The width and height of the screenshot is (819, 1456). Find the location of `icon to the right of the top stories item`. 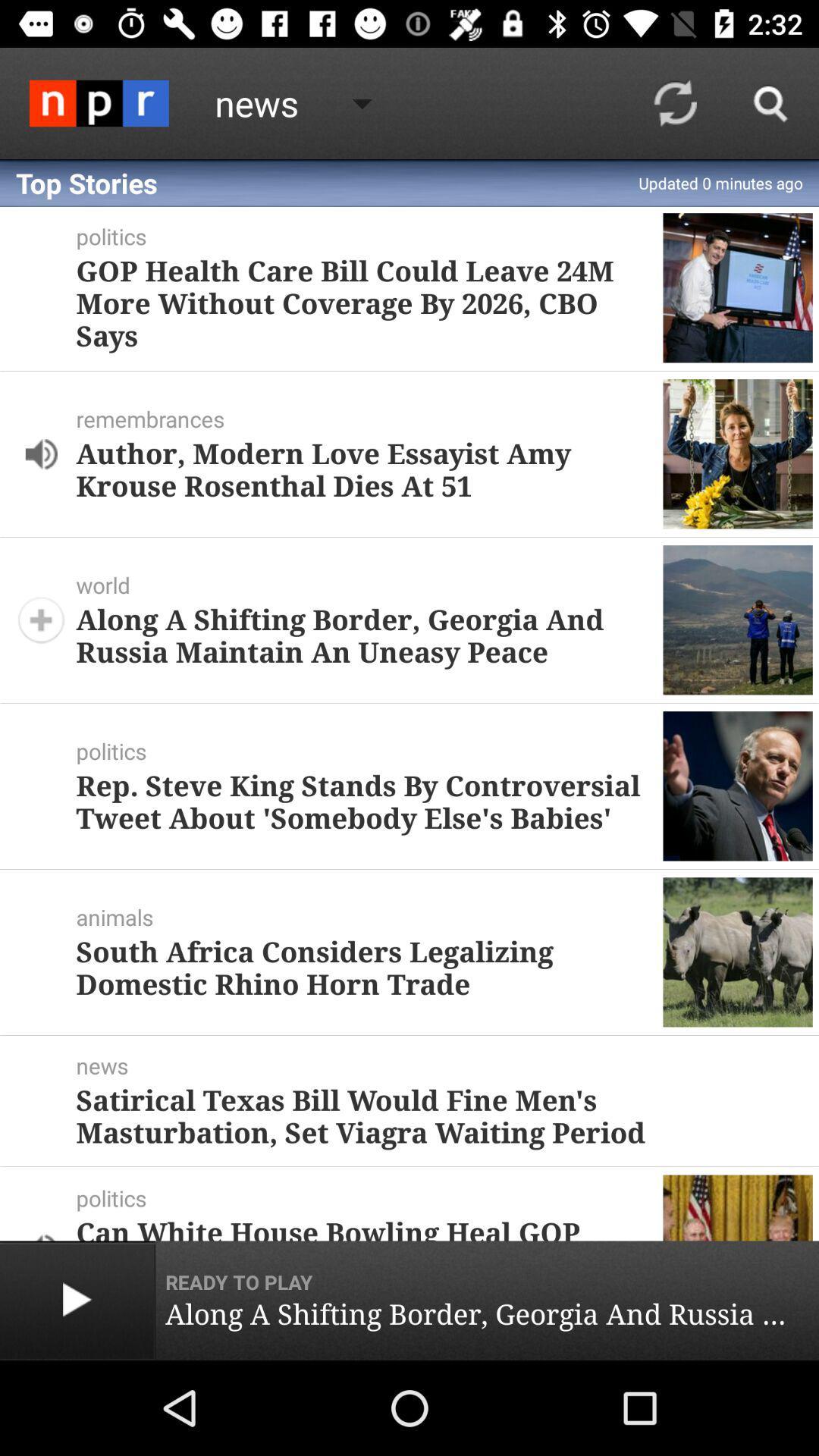

icon to the right of the top stories item is located at coordinates (675, 102).